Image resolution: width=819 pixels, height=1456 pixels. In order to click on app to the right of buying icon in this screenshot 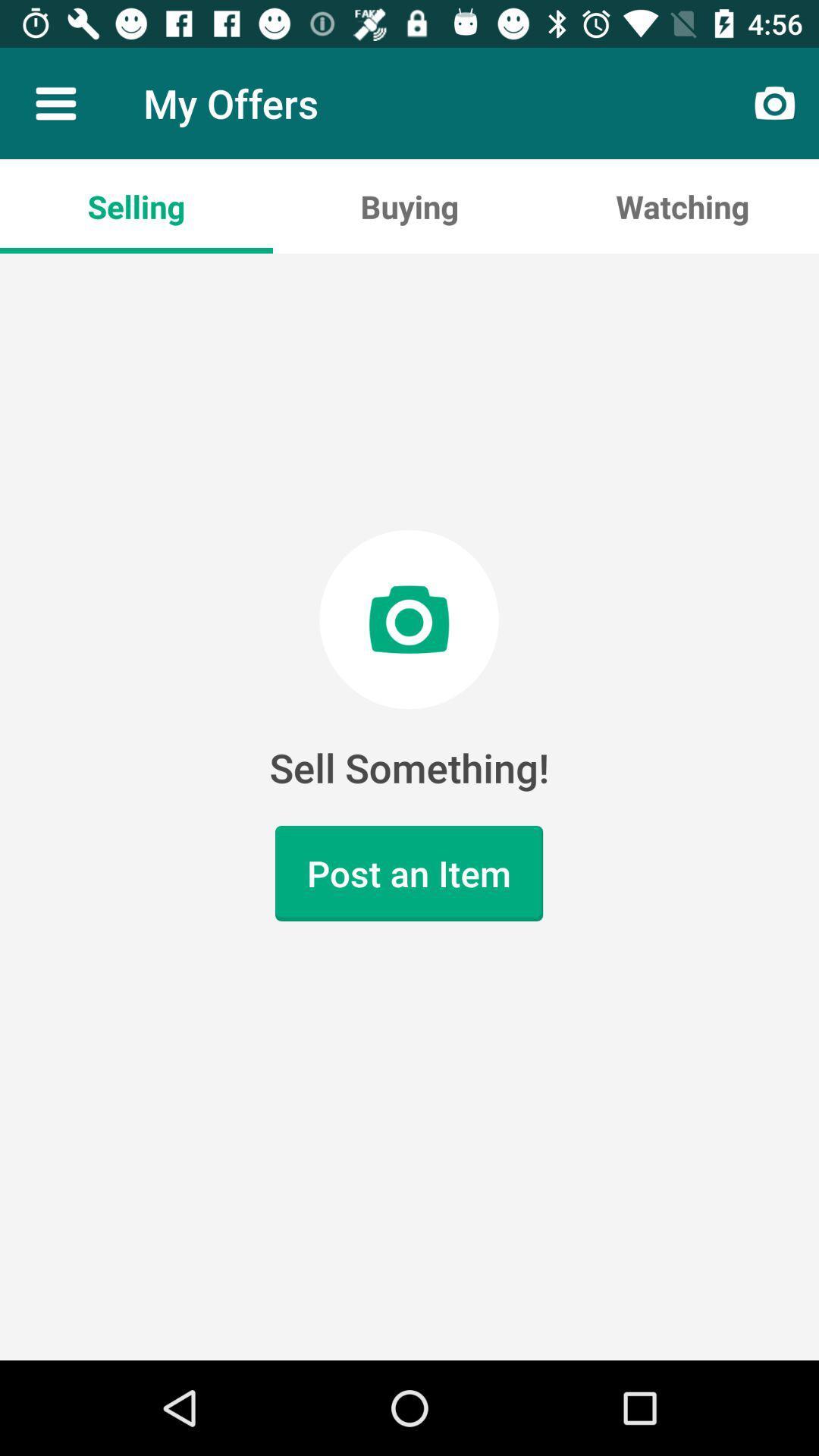, I will do `click(681, 206)`.